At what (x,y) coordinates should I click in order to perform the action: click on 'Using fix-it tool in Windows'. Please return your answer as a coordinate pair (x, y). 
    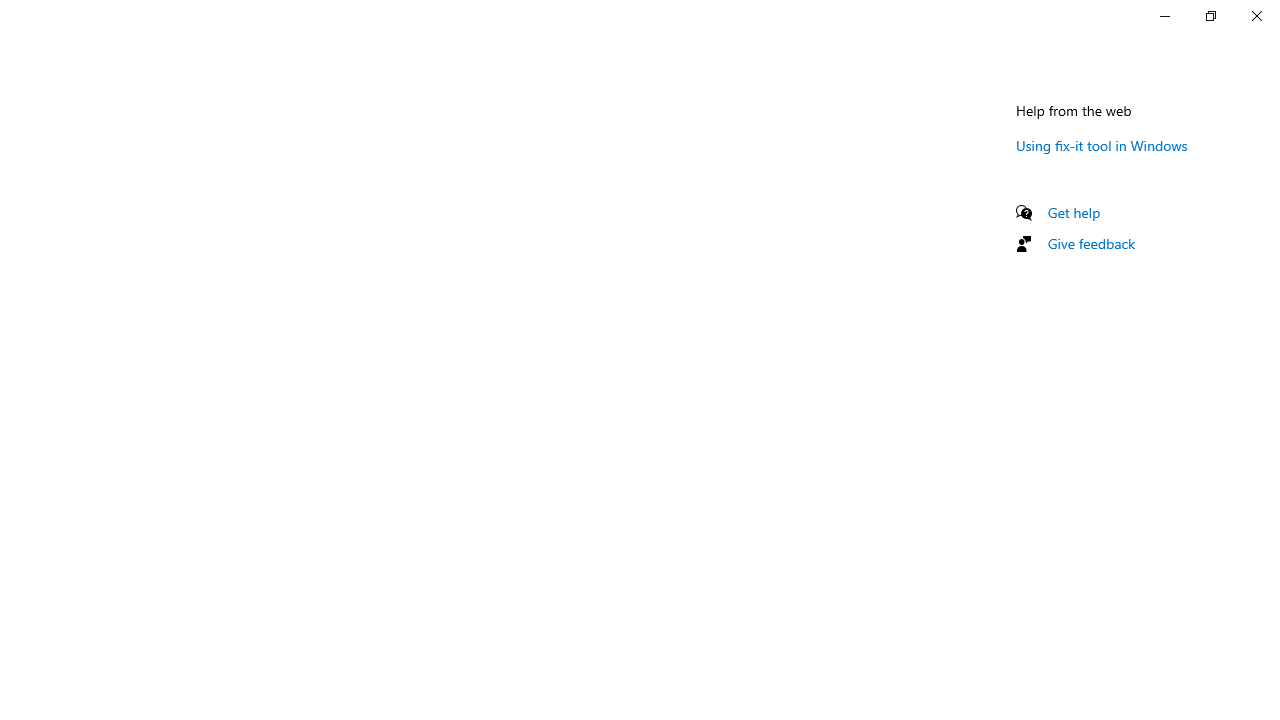
    Looking at the image, I should click on (1101, 144).